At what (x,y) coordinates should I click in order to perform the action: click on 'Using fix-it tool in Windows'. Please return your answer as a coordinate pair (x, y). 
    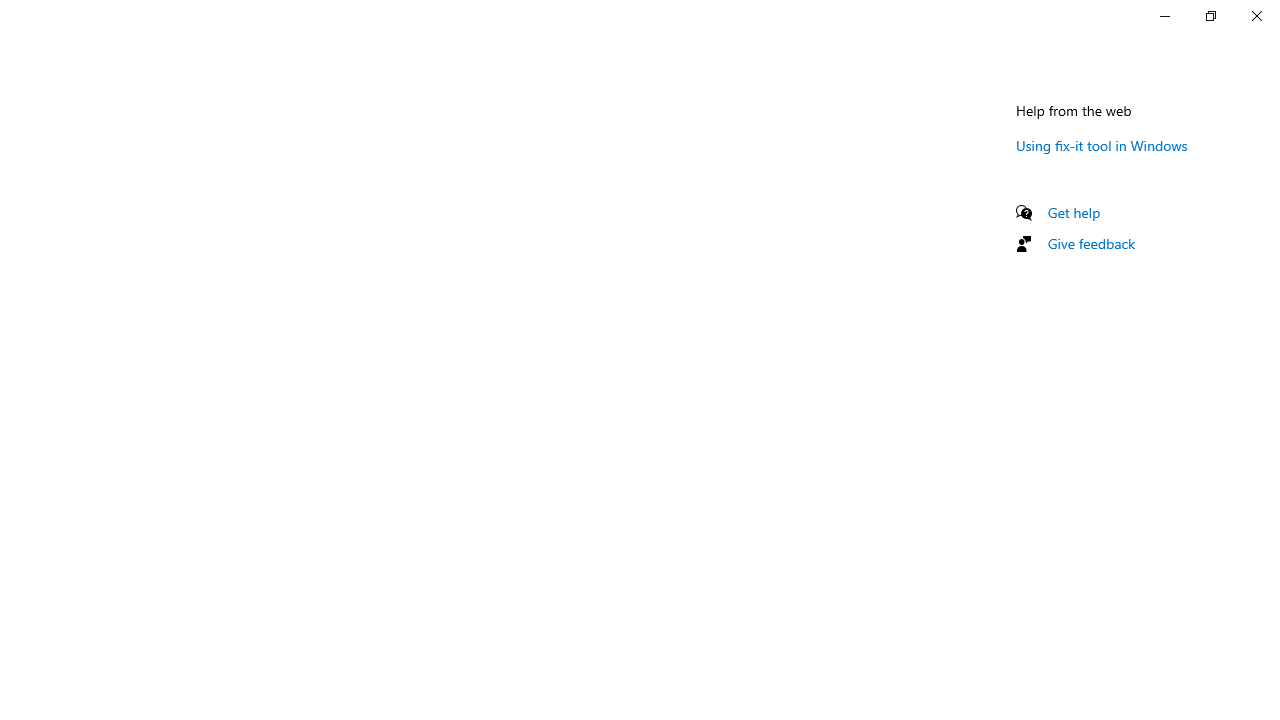
    Looking at the image, I should click on (1101, 144).